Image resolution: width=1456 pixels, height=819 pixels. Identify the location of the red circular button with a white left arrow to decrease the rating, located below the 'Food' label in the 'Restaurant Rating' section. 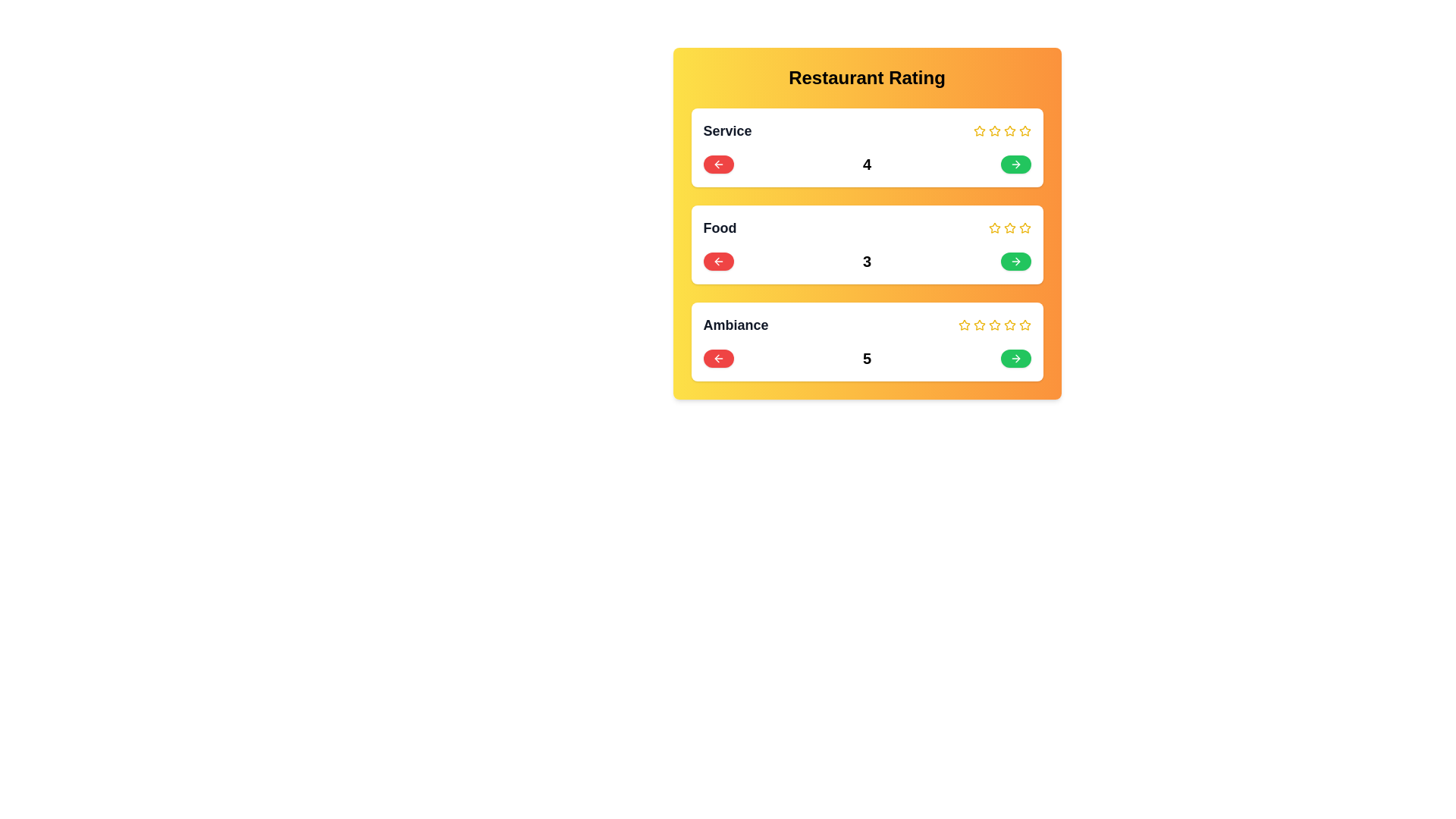
(717, 260).